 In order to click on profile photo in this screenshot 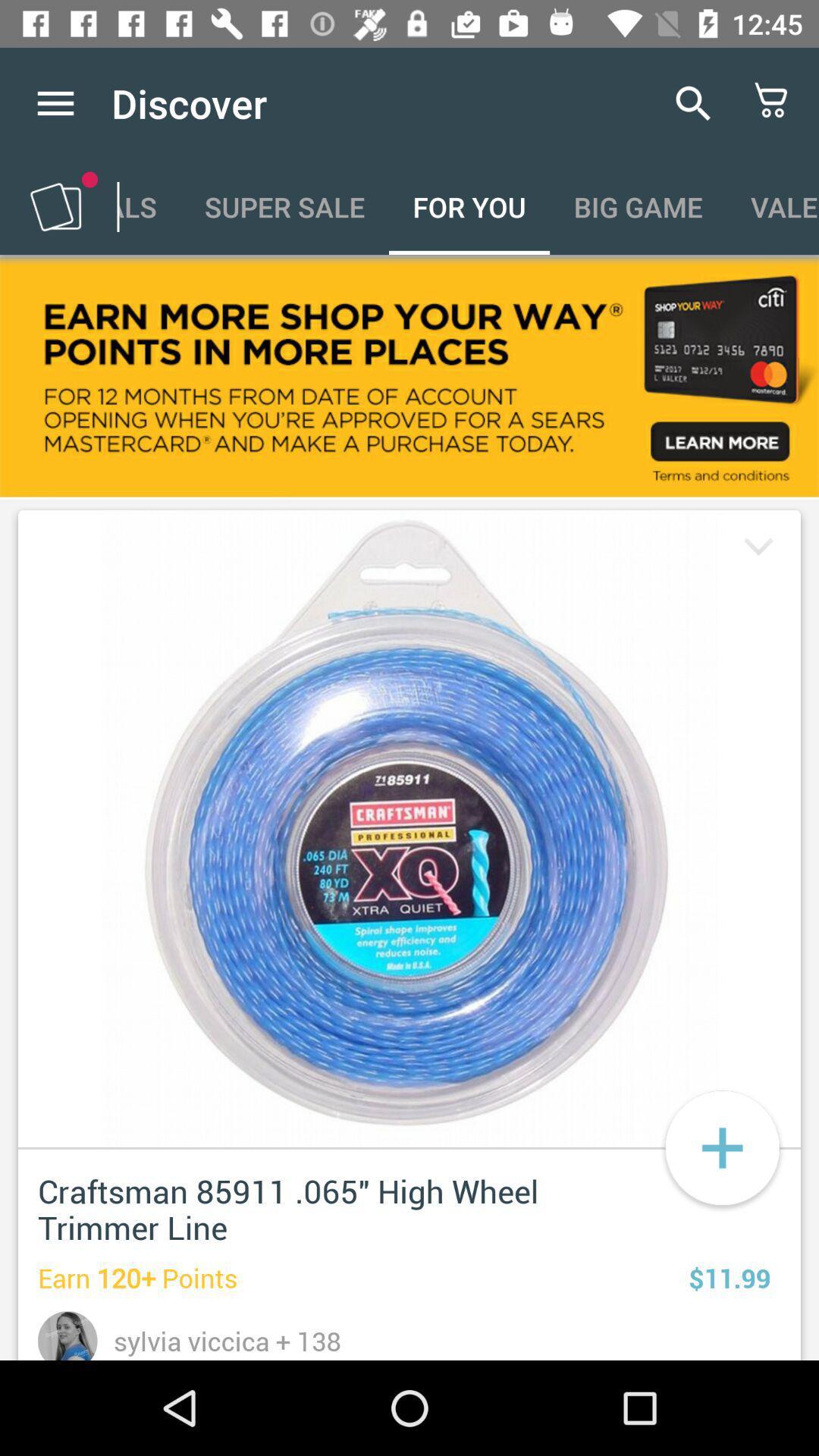, I will do `click(67, 1335)`.